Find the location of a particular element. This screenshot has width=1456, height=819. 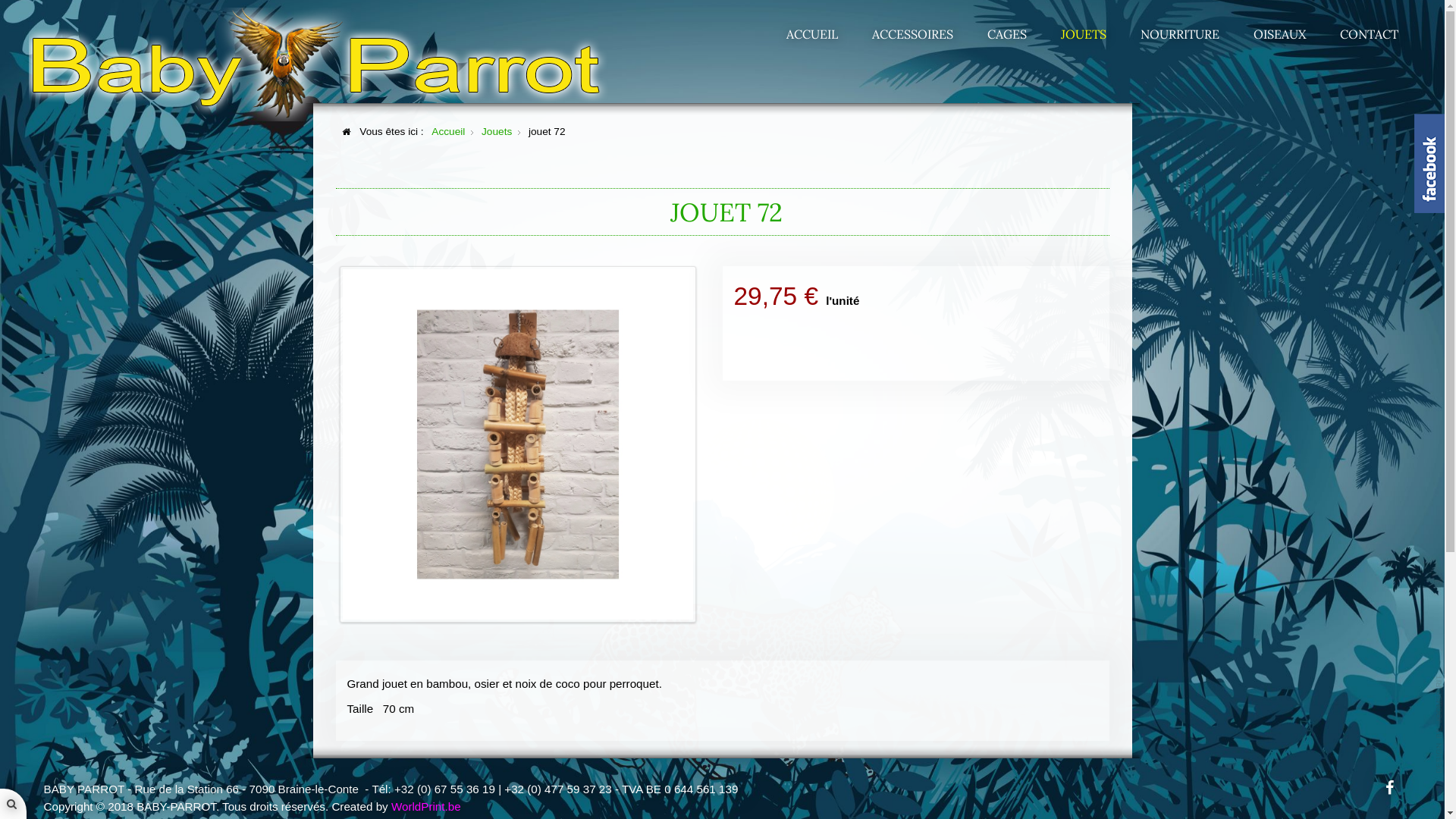

'ACCUEIL' is located at coordinates (811, 34).